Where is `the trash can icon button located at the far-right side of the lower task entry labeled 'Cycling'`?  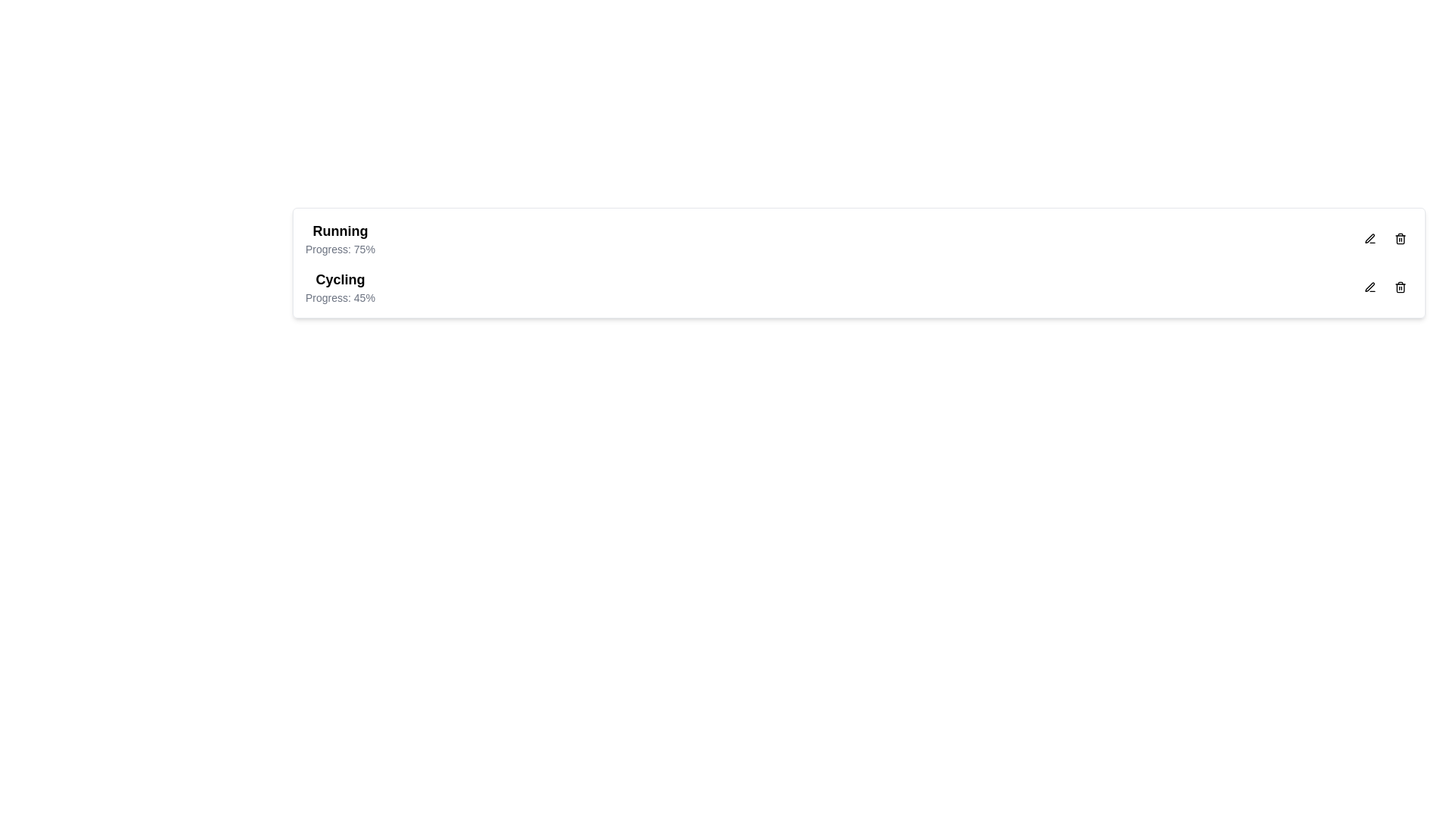
the trash can icon button located at the far-right side of the lower task entry labeled 'Cycling' is located at coordinates (1400, 239).